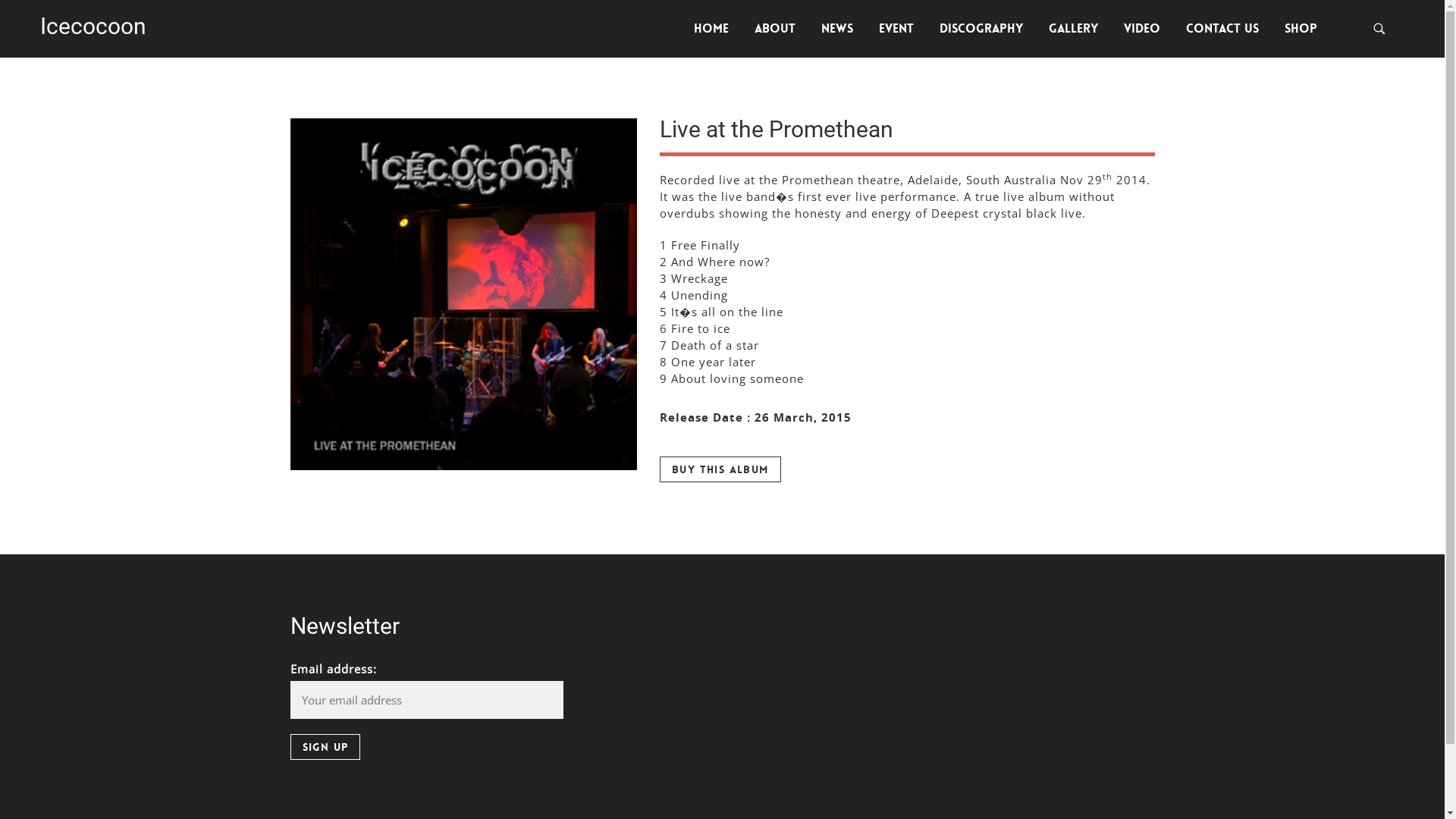 This screenshot has height=819, width=1456. What do you see at coordinates (1072, 29) in the screenshot?
I see `'GALLERY'` at bounding box center [1072, 29].